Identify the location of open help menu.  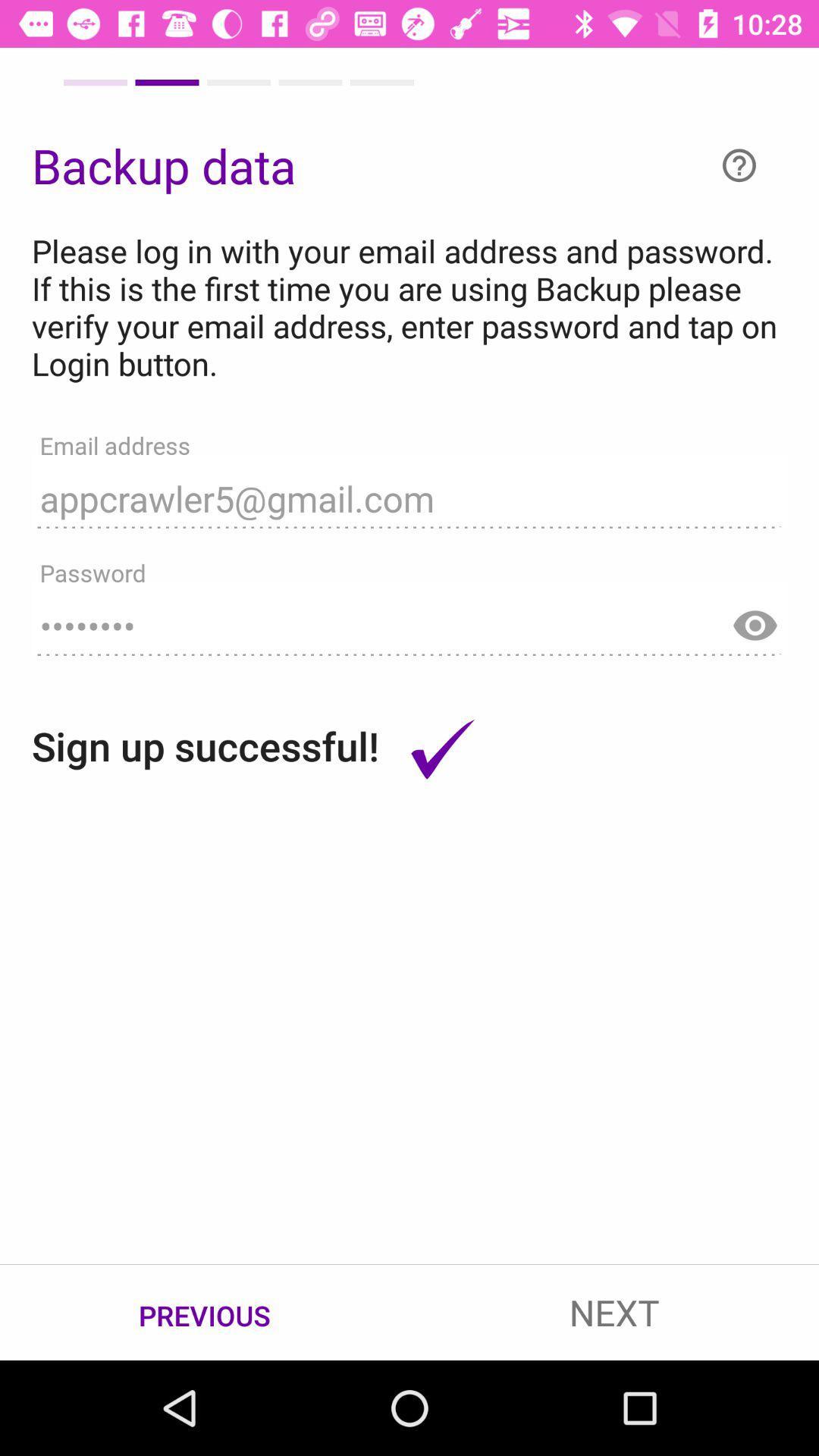
(739, 165).